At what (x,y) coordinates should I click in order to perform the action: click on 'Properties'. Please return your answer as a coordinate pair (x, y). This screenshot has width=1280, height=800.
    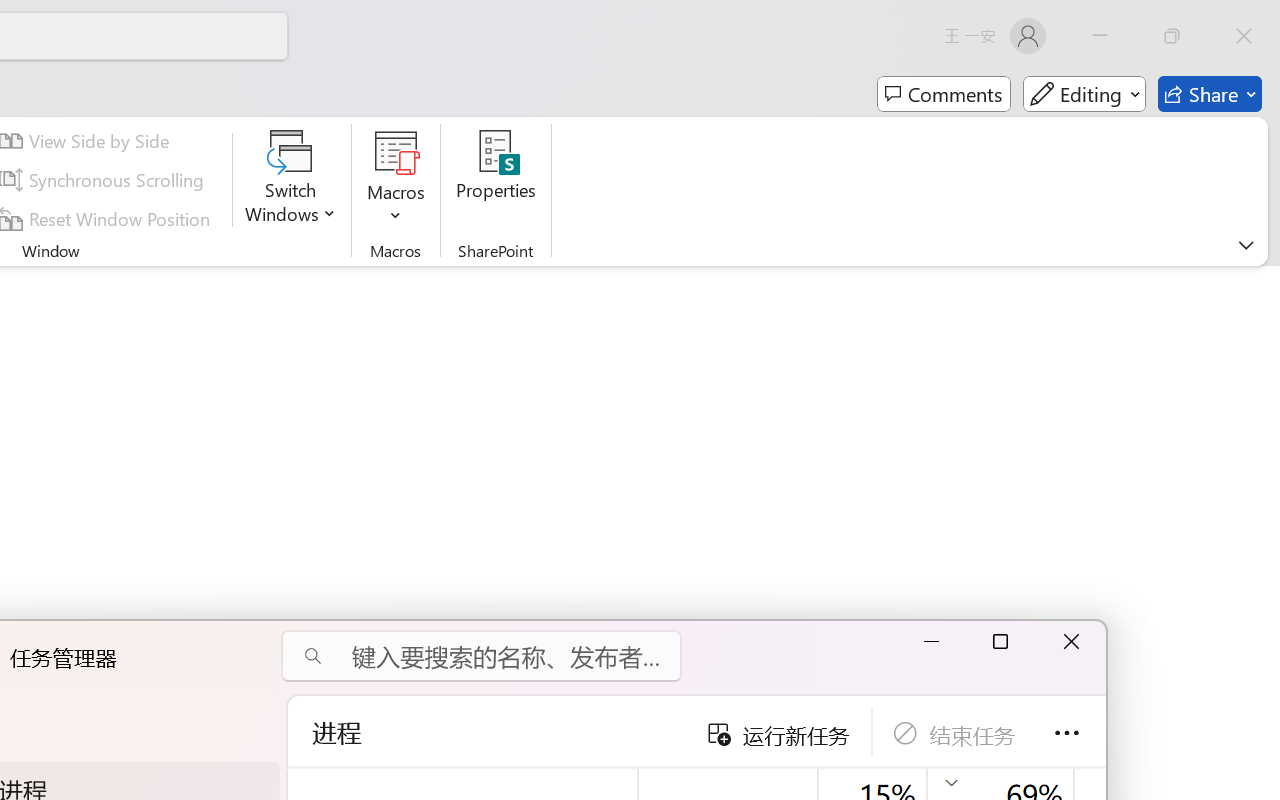
    Looking at the image, I should click on (496, 179).